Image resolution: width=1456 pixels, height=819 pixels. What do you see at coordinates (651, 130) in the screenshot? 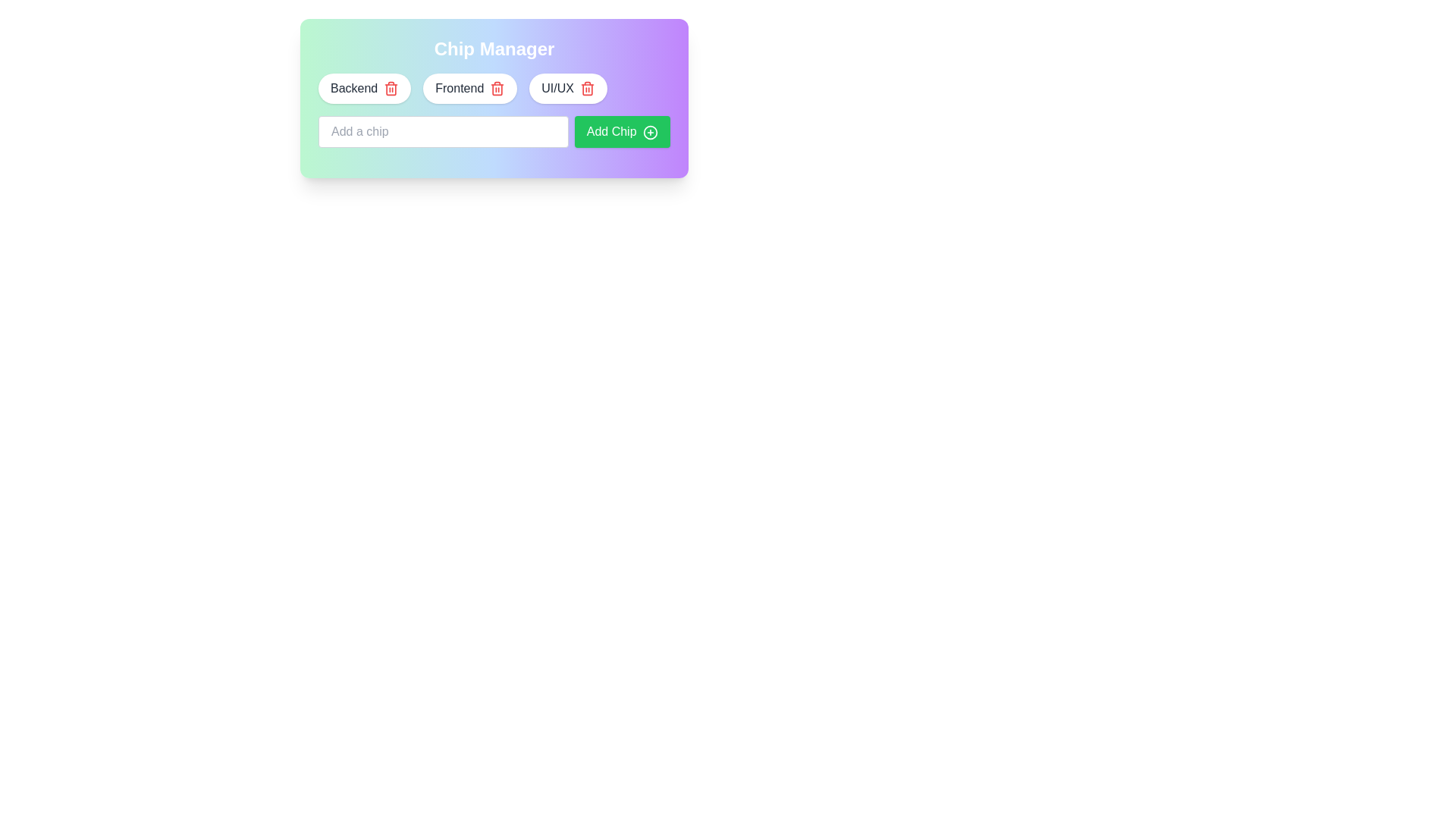
I see `the circular outline of the SVG graphic component within the 'Add Chip' button, which indicates the functionality of adding a chip` at bounding box center [651, 130].